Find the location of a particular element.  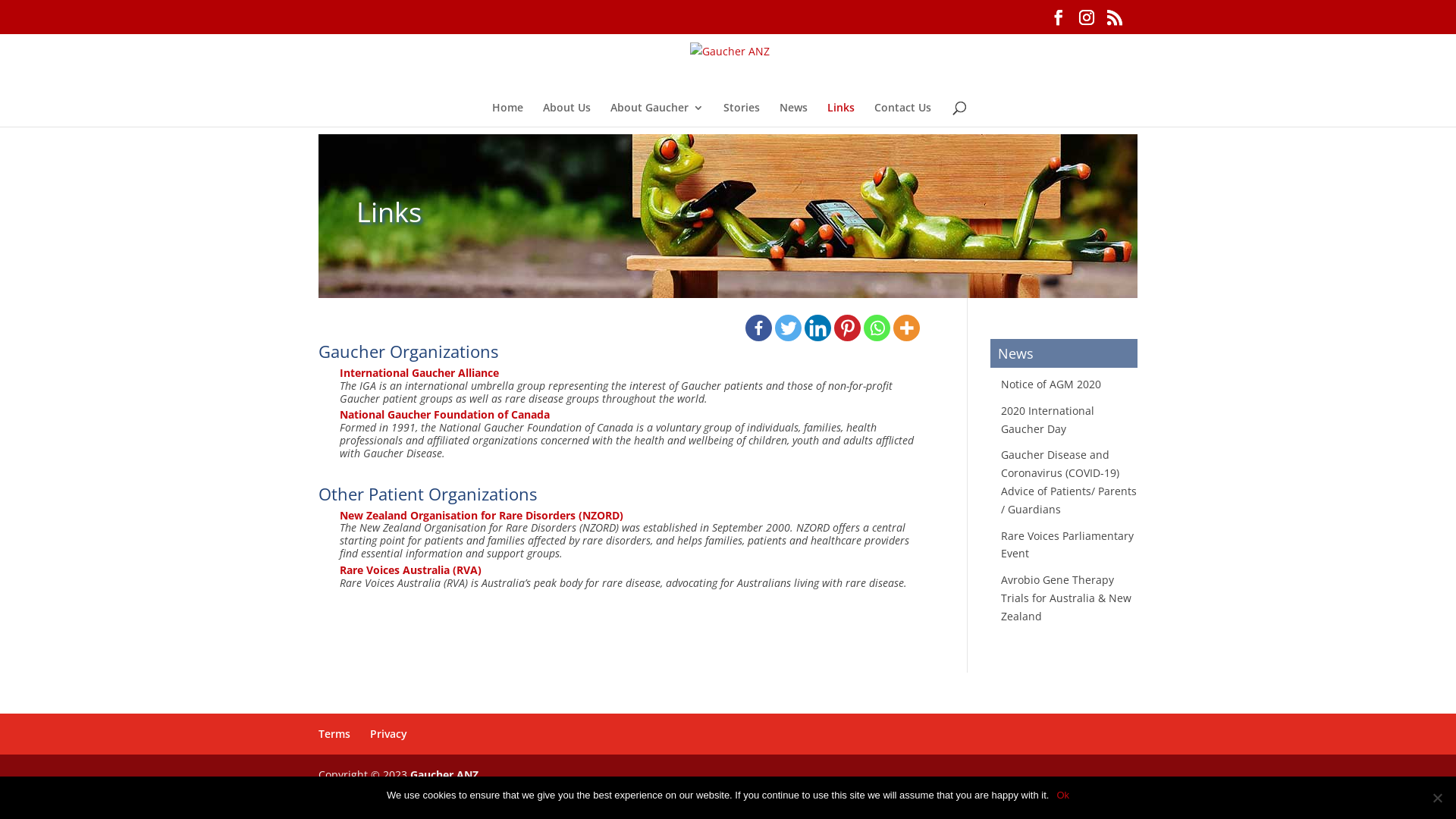

'Terms' is located at coordinates (334, 733).